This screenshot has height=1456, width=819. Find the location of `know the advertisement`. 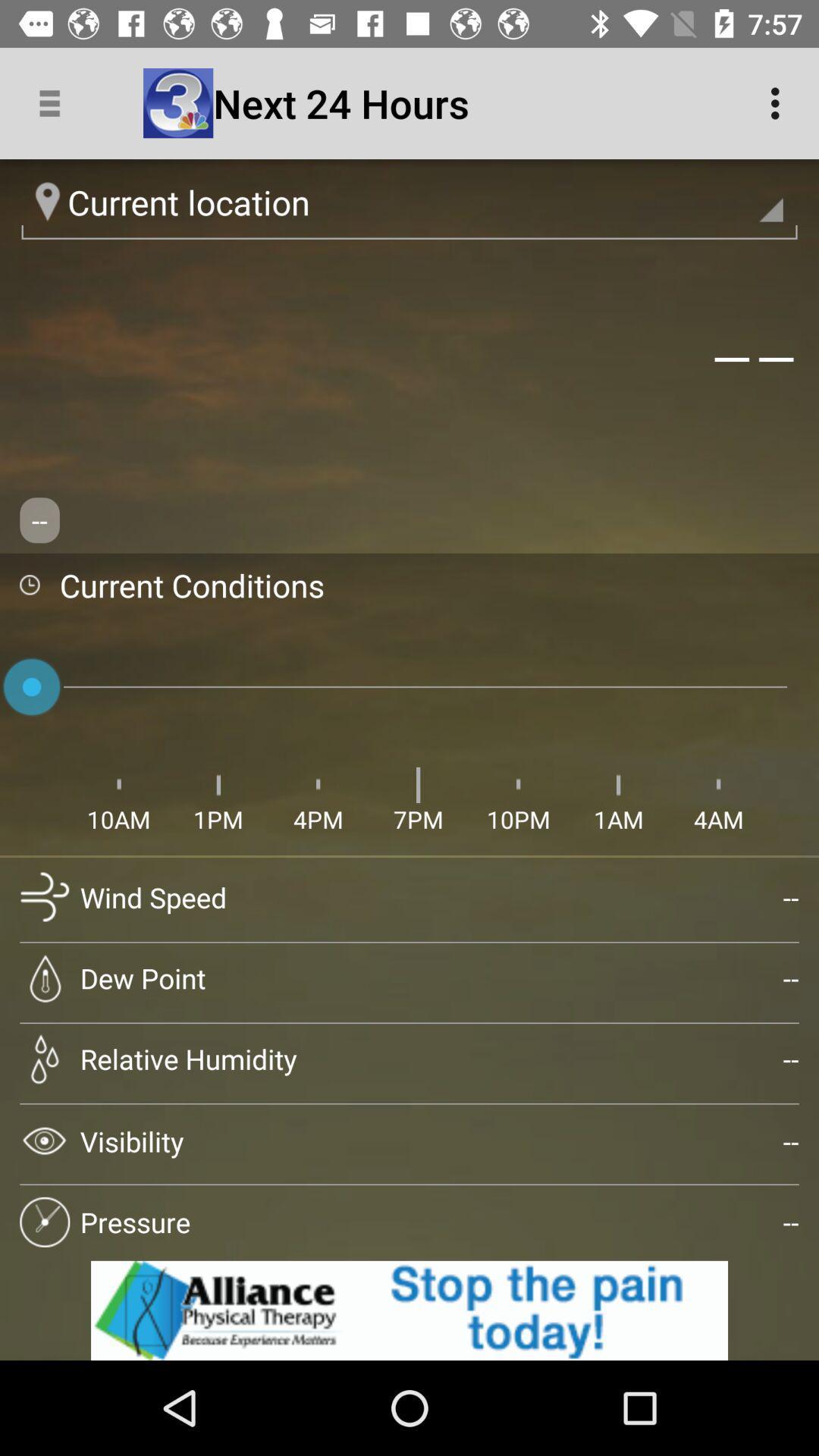

know the advertisement is located at coordinates (409, 1310).